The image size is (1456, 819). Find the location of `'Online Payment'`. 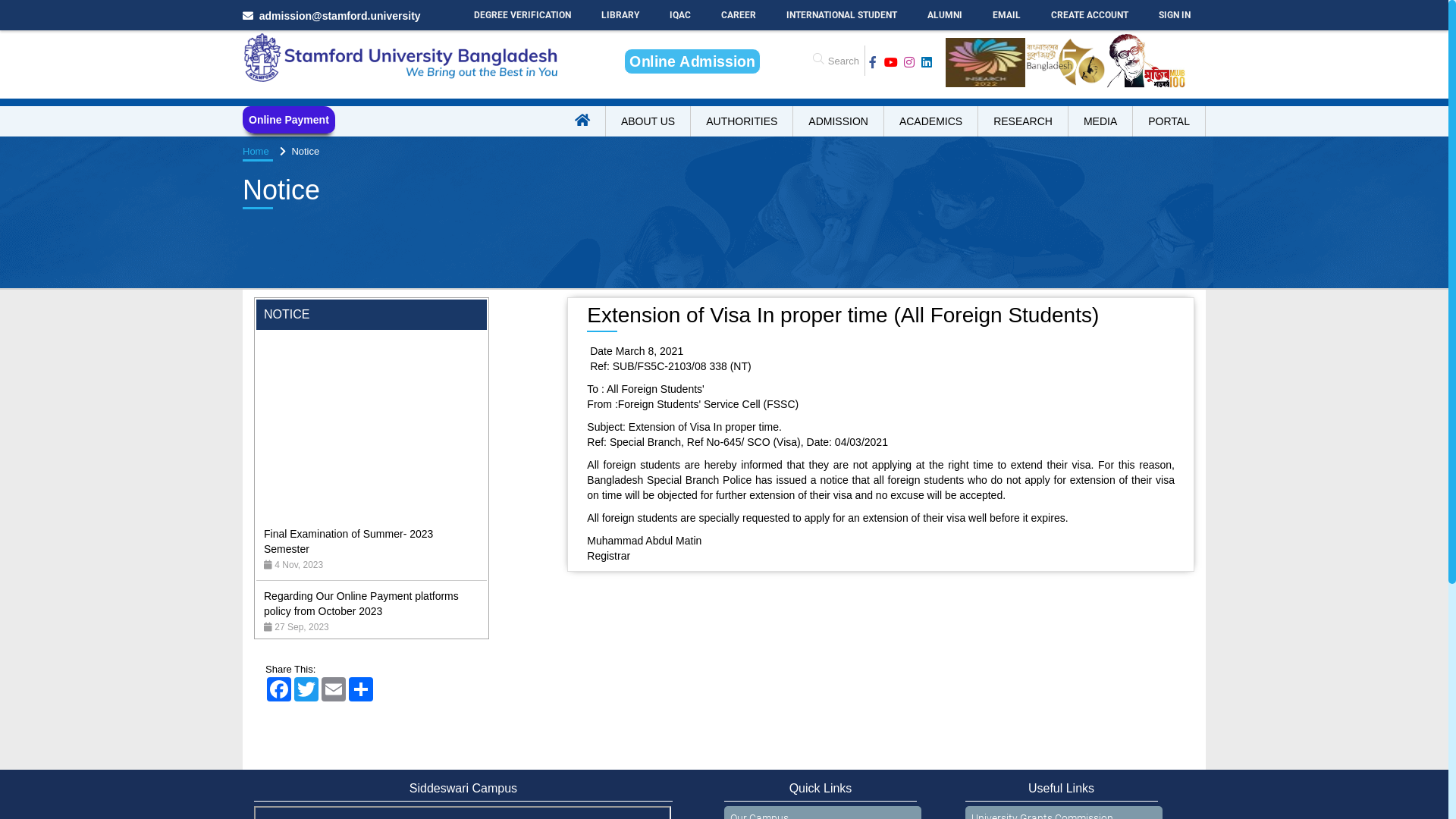

'Online Payment' is located at coordinates (288, 119).